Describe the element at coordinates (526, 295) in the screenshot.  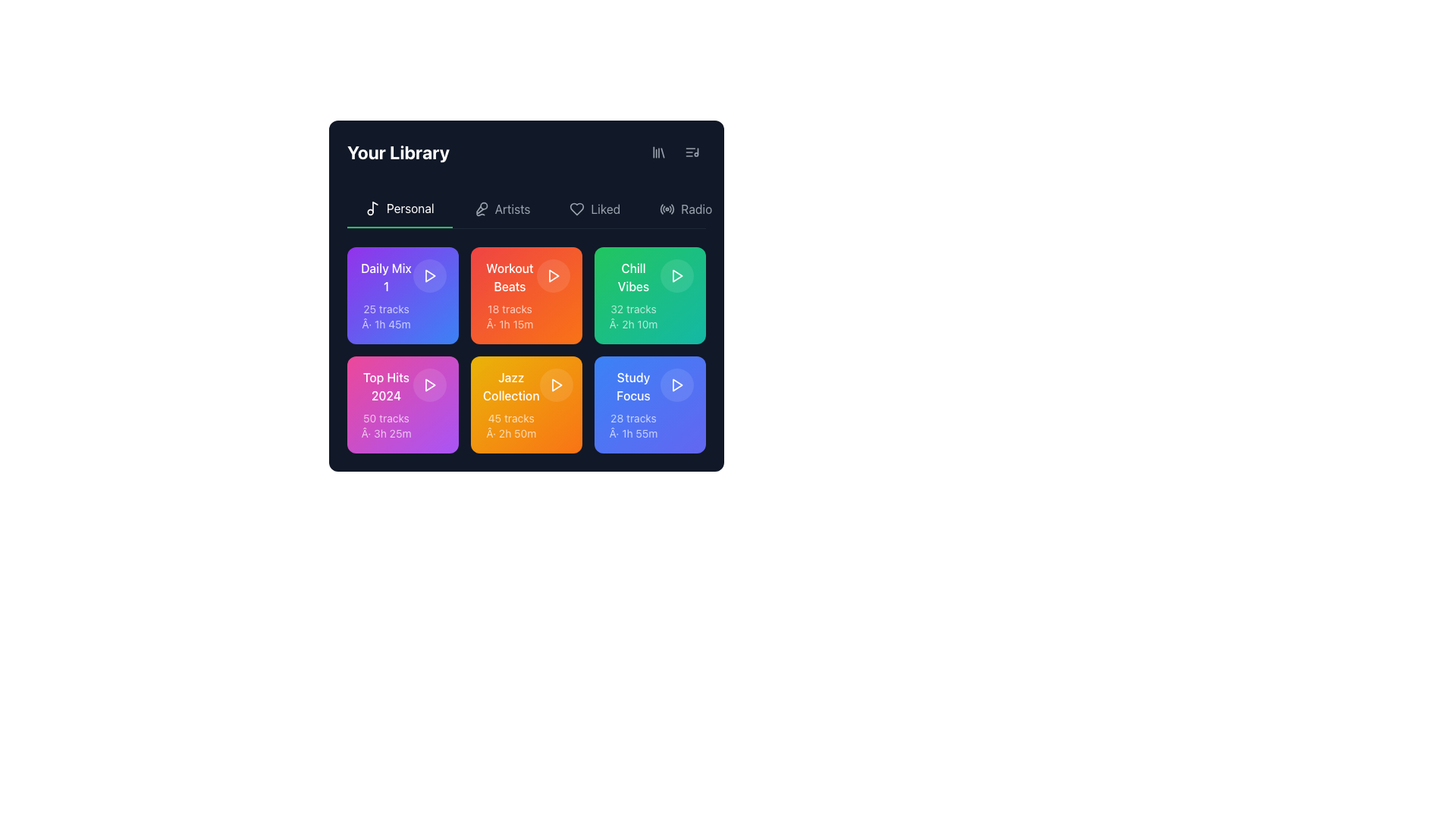
I see `to select the 'Workout Beats' playlist card, which is the second card in the top row of the grid layout under 'Your Library'` at that location.